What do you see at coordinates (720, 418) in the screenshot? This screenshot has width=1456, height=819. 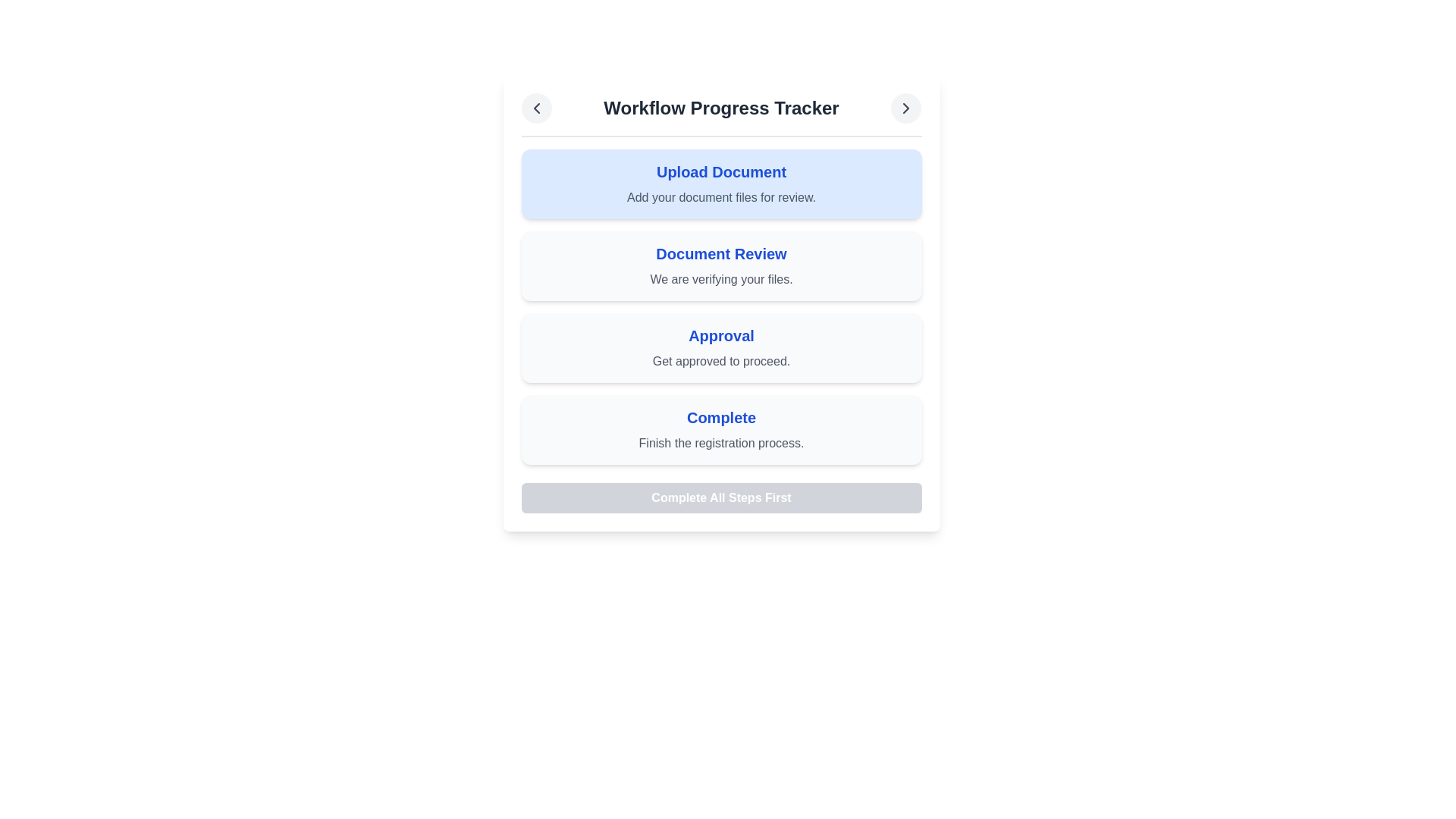 I see `the Text Label that serves as a title indicating the completion of a step in the workflow process, which is positioned at the top of a rectangular panel with rounded corners and a light gray background` at bounding box center [720, 418].